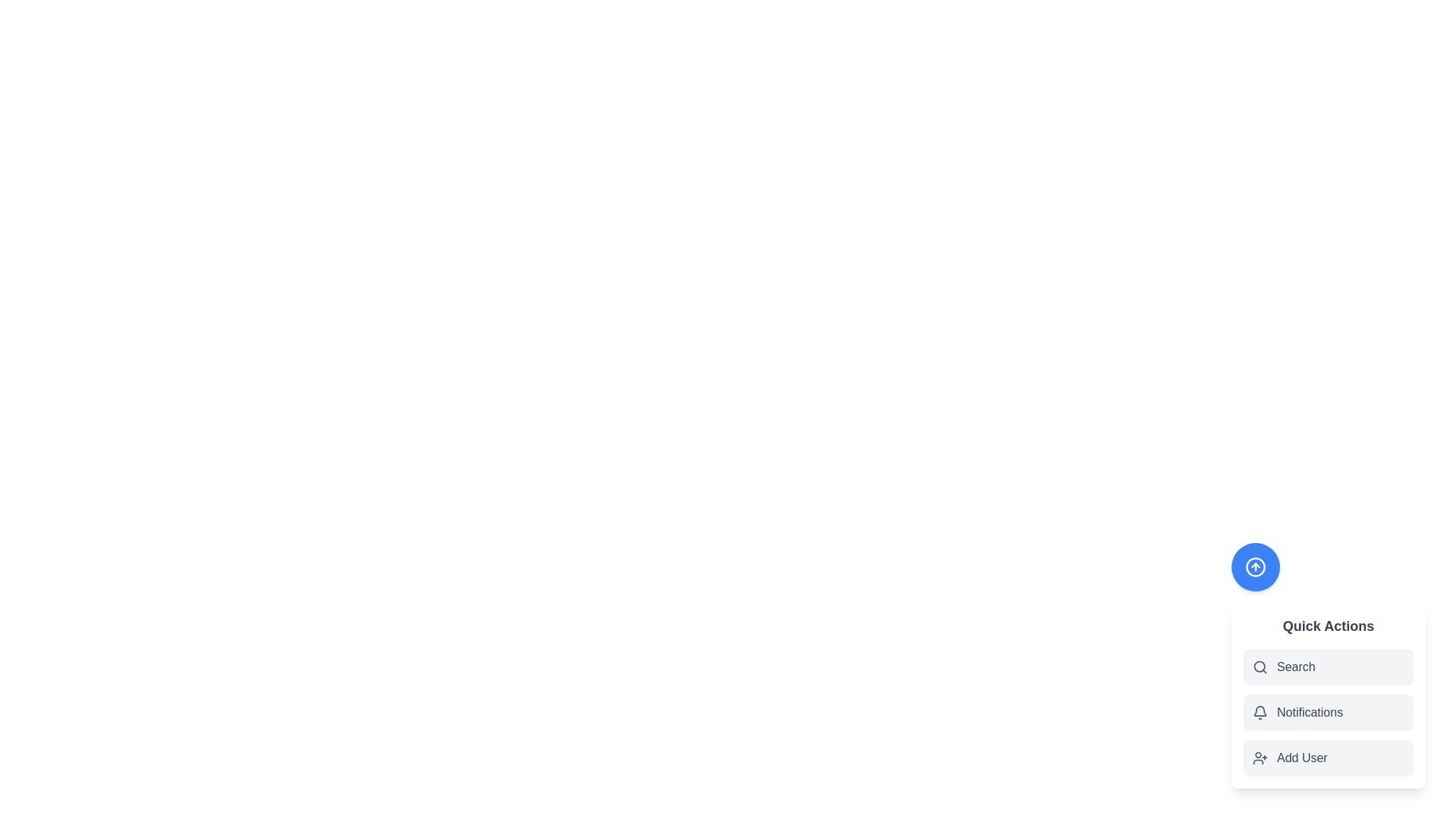 The image size is (1456, 819). What do you see at coordinates (1328, 696) in the screenshot?
I see `the second button in the vertically arranged 'Quick Actions' menu at the bottom right corner of the interface` at bounding box center [1328, 696].